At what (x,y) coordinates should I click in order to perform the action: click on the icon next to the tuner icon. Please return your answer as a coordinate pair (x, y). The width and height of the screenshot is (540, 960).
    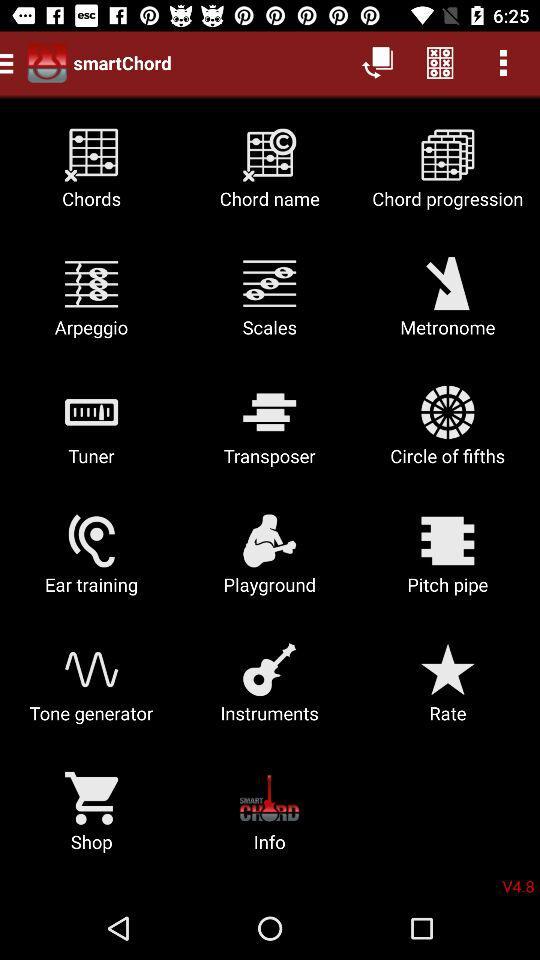
    Looking at the image, I should click on (269, 433).